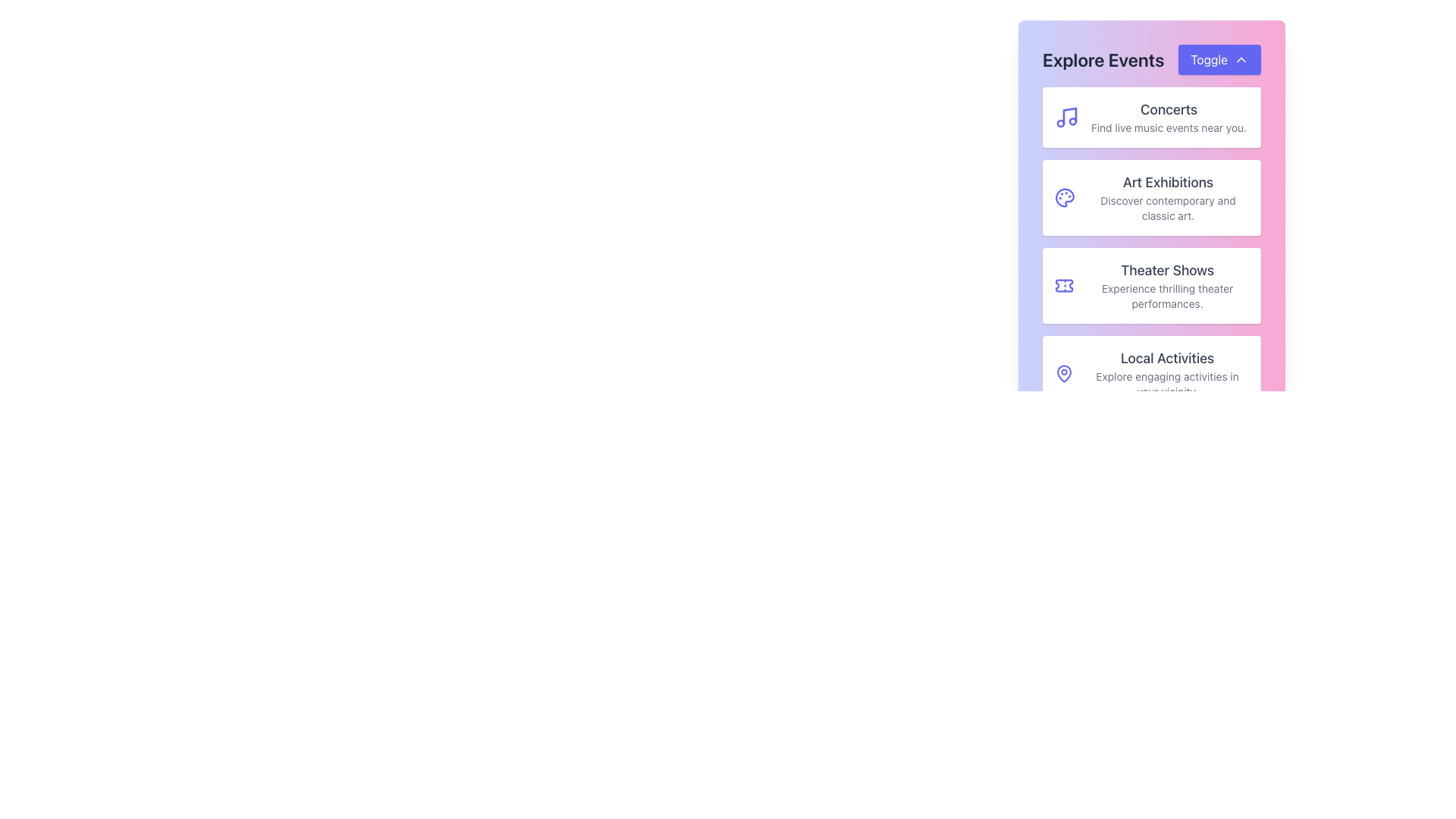  I want to click on the purple music note icon, which is positioned to the left of the 'Concerts' heading and aligned vertically with it, so click(1065, 116).